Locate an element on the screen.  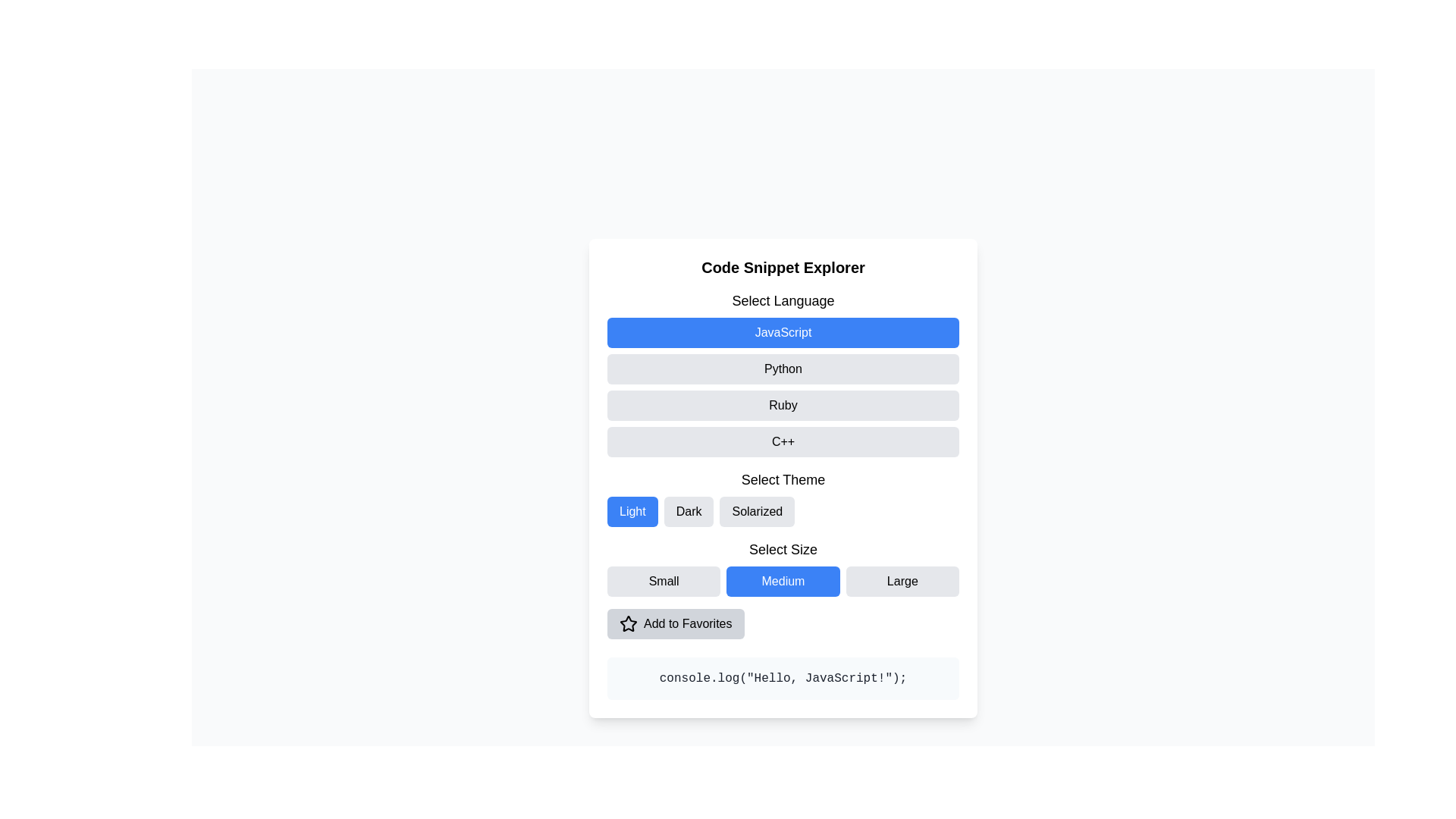
the medium-sized blue button labeled 'Medium' is located at coordinates (783, 581).